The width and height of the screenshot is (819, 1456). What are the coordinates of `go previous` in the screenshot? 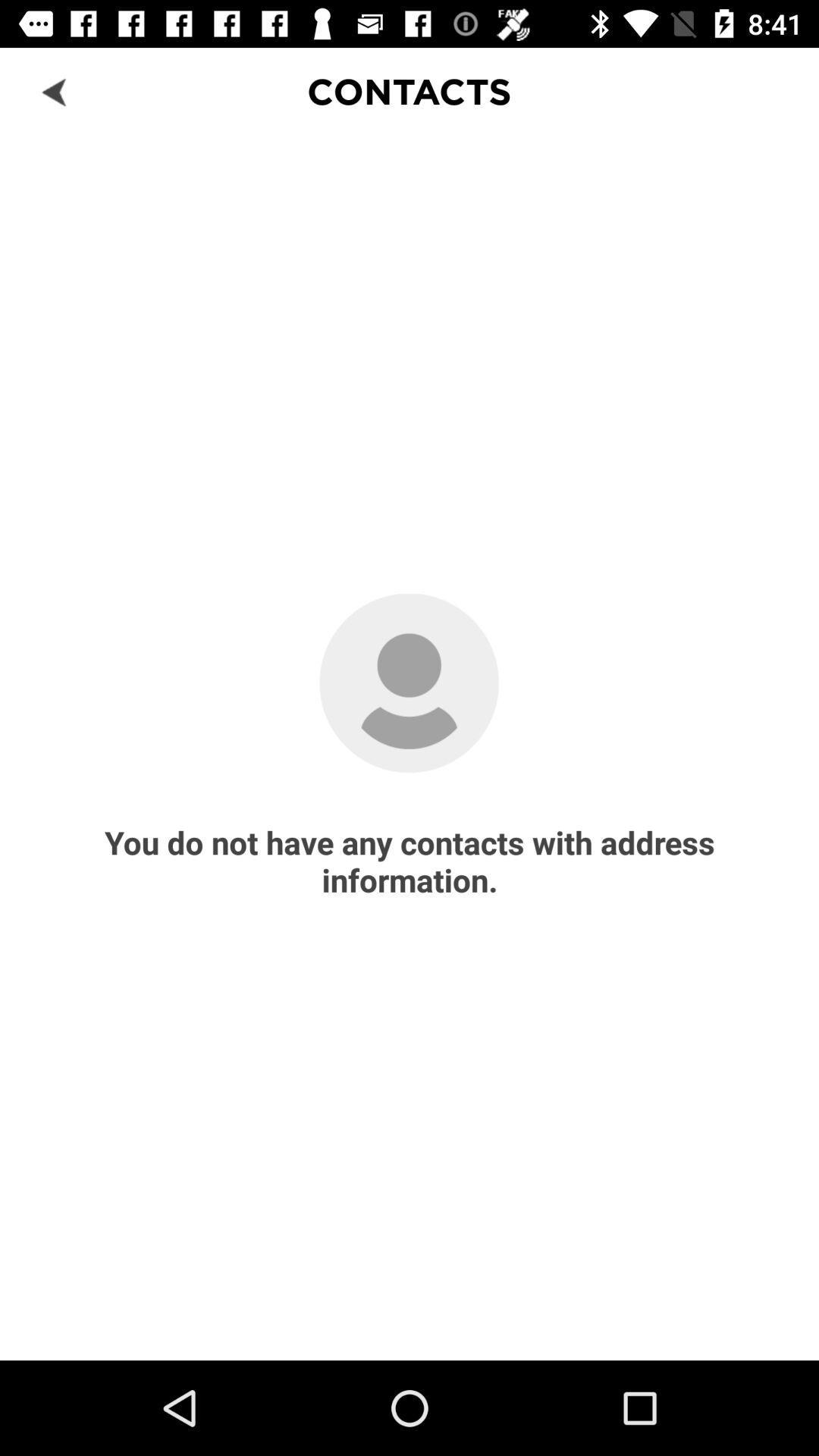 It's located at (55, 90).